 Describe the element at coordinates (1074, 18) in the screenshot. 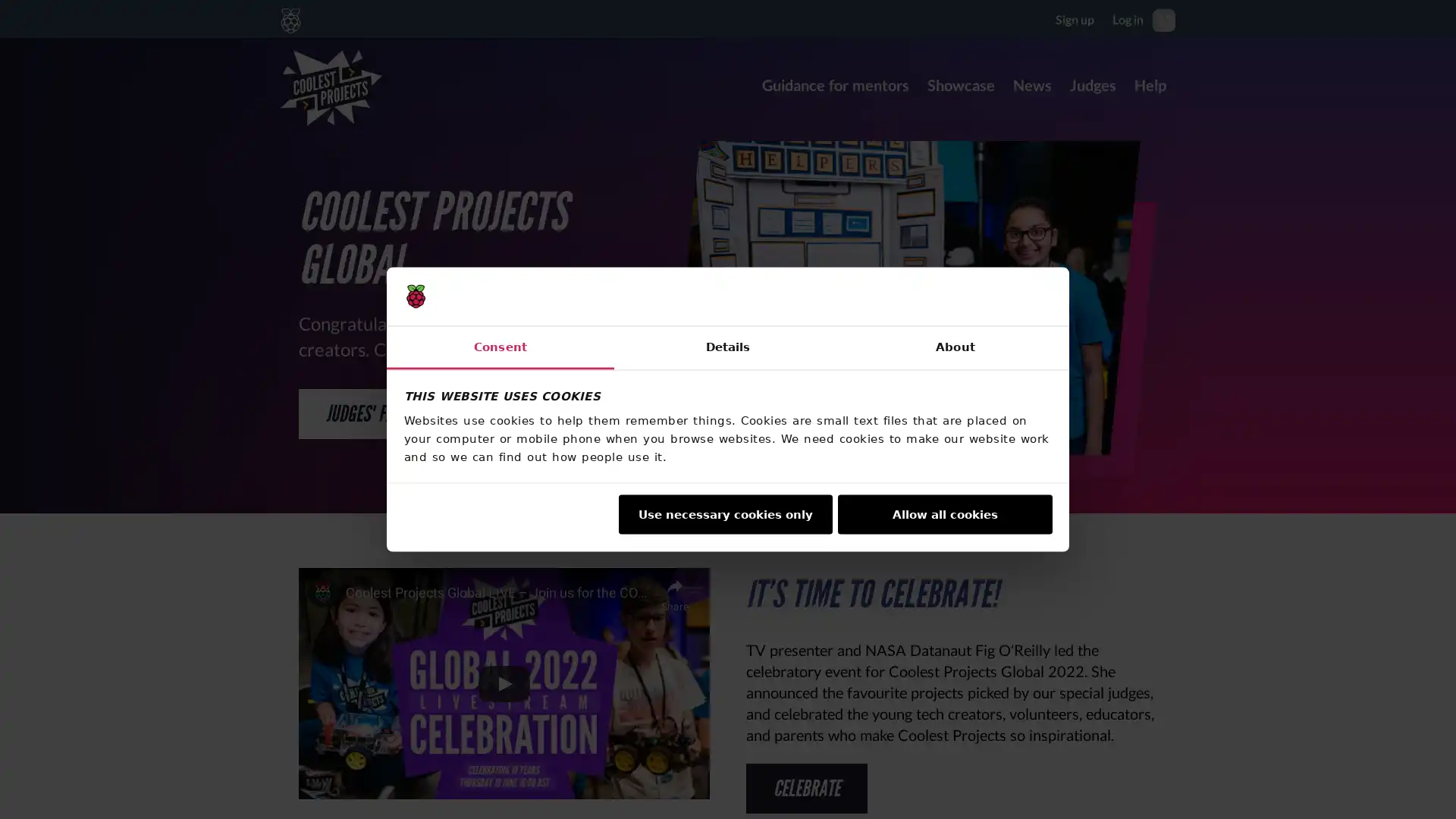

I see `Sign up` at that location.